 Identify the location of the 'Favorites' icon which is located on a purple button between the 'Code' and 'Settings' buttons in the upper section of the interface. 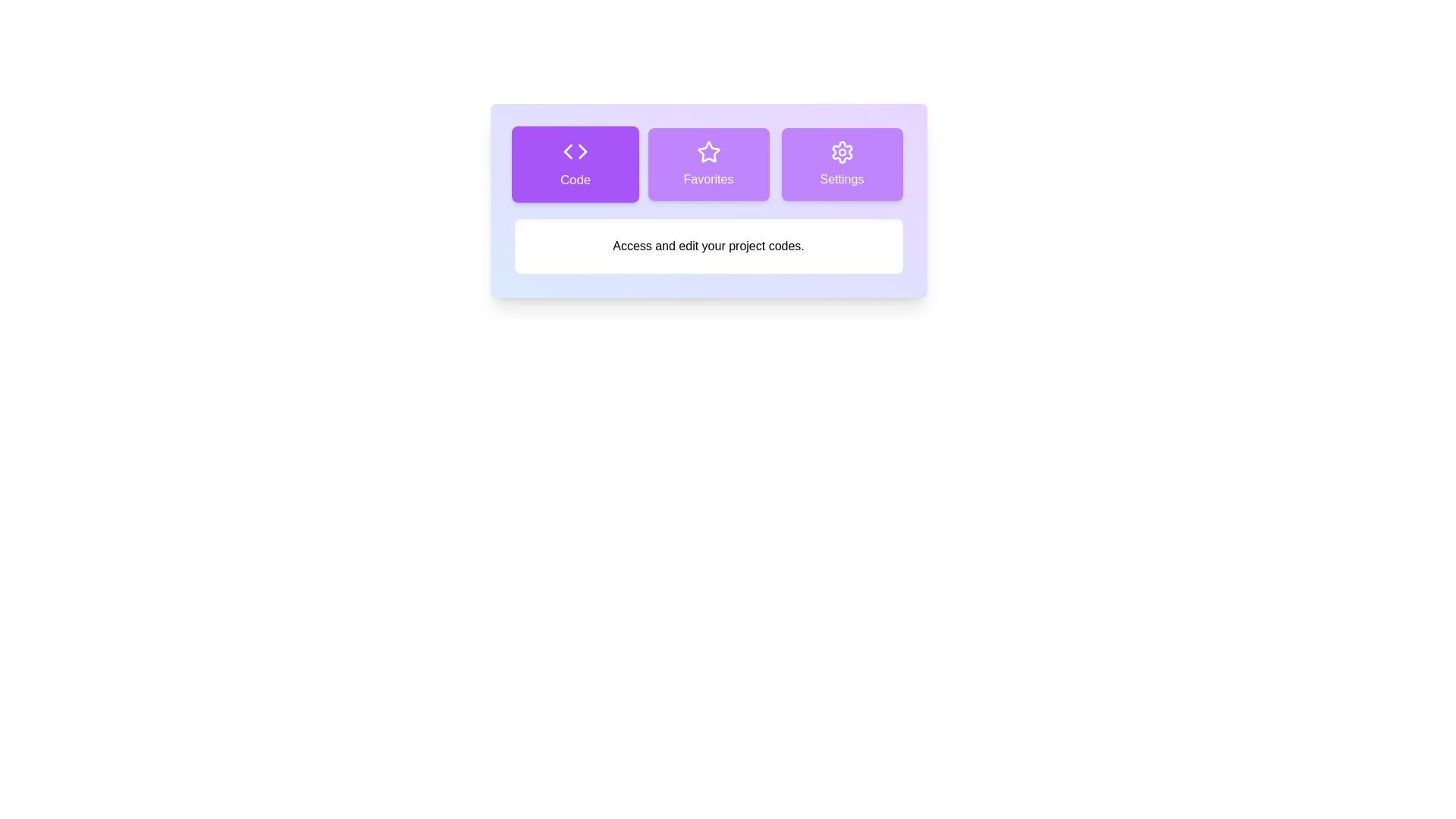
(708, 152).